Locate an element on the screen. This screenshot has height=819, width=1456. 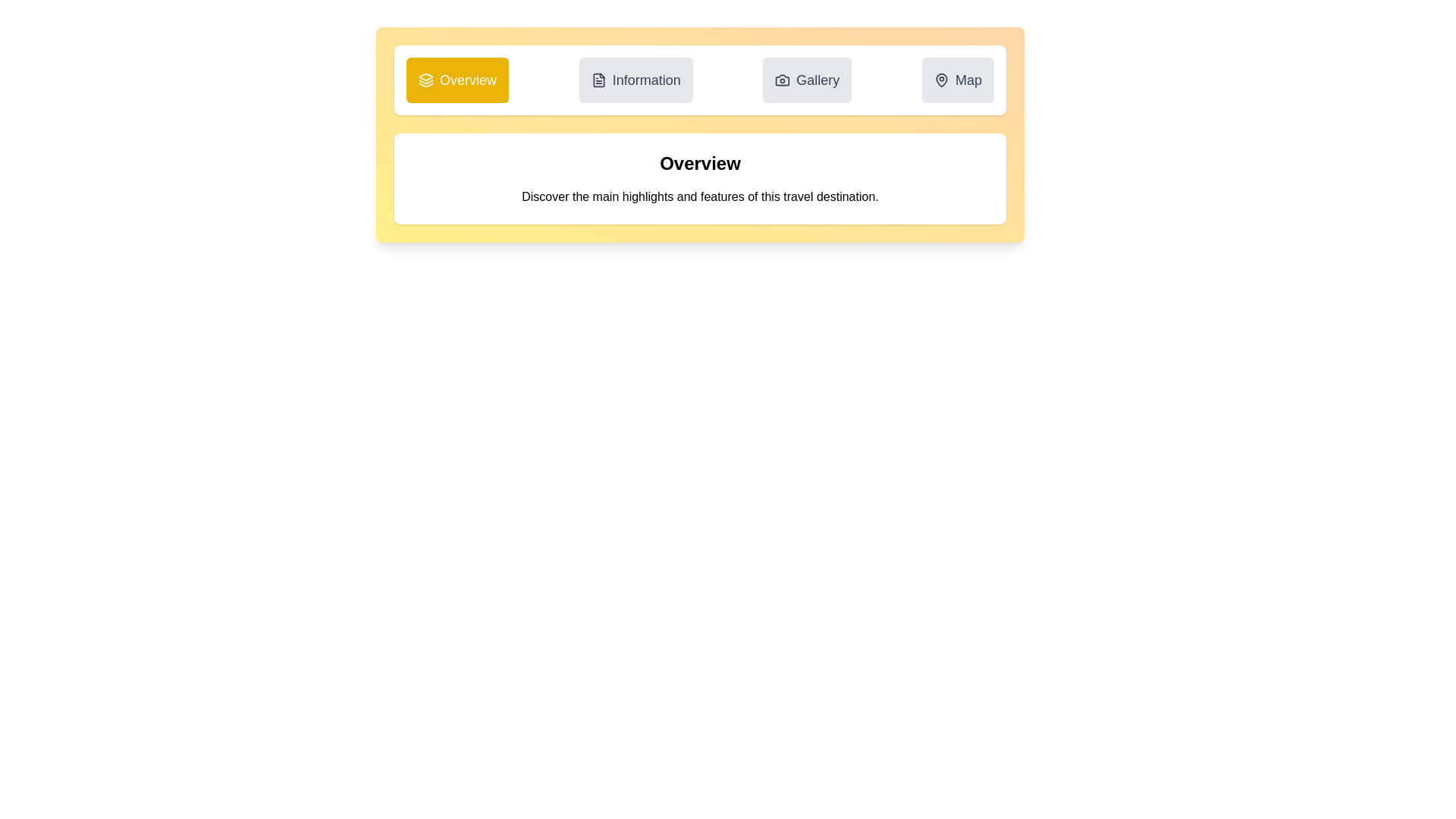
the tab labeled Gallery to observe its hover effect is located at coordinates (806, 80).